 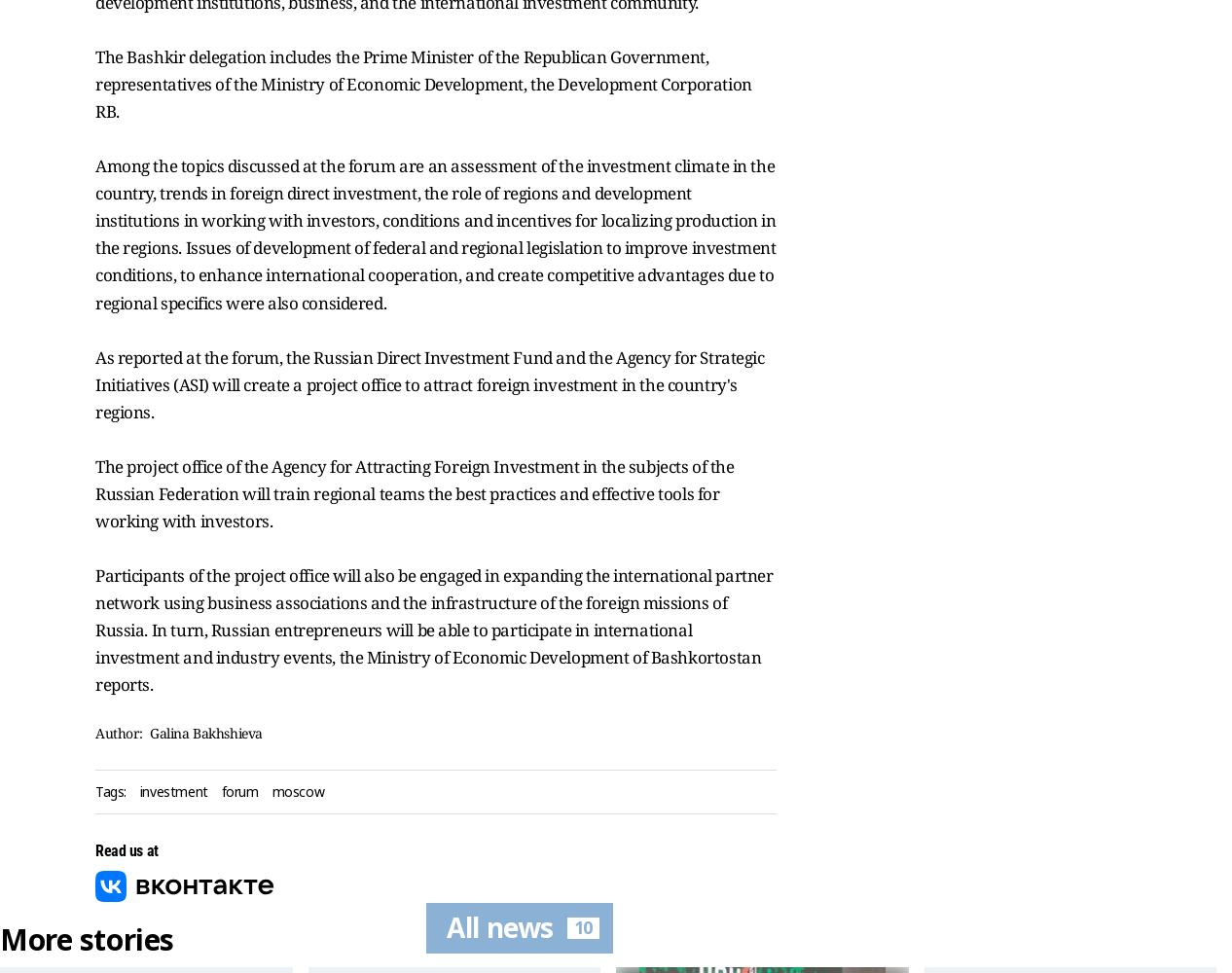 I want to click on 'Tags:', so click(x=110, y=790).